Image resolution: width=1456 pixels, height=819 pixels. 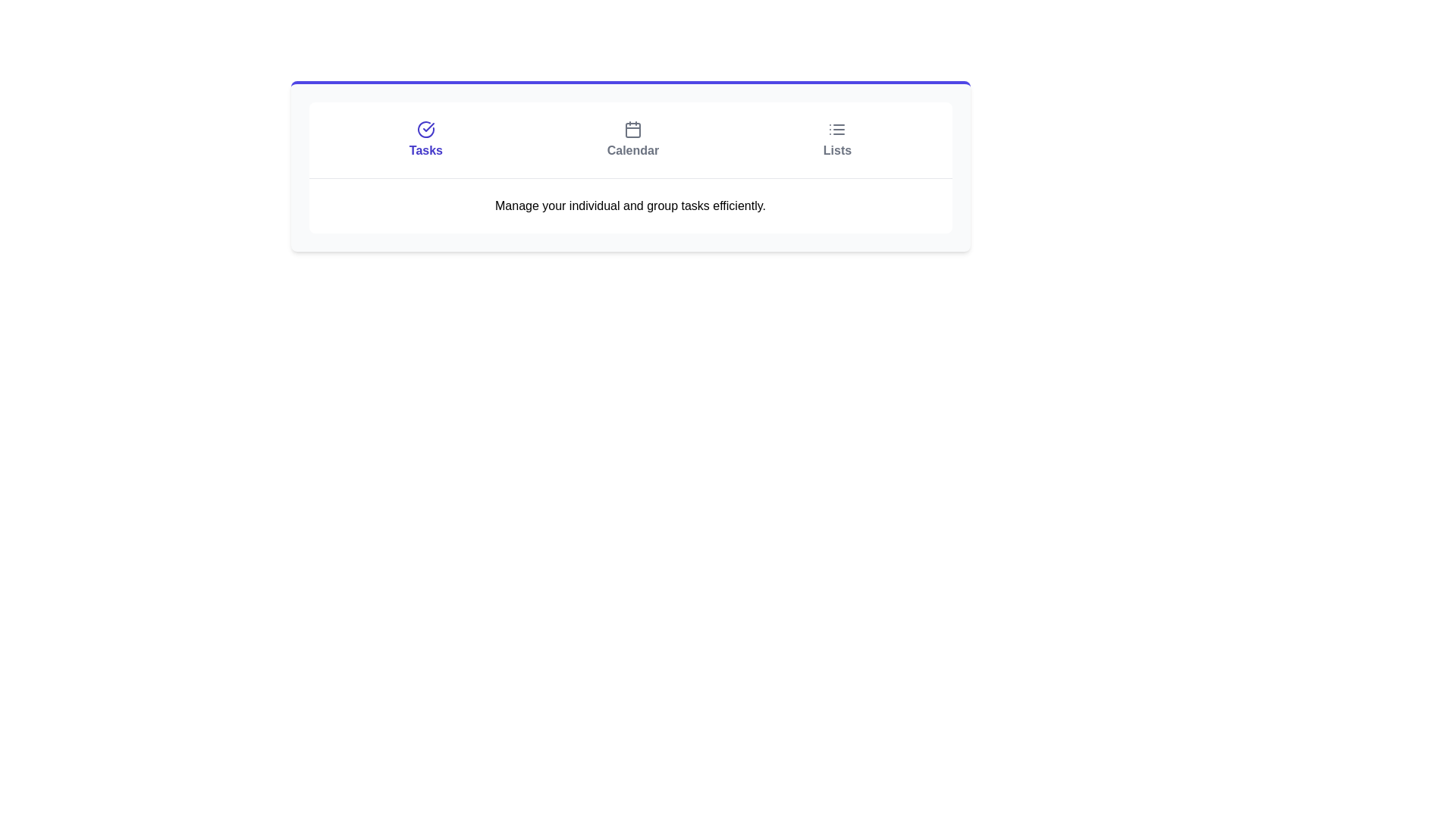 I want to click on the 'Calendar' section of the Navigation bar, so click(x=630, y=140).